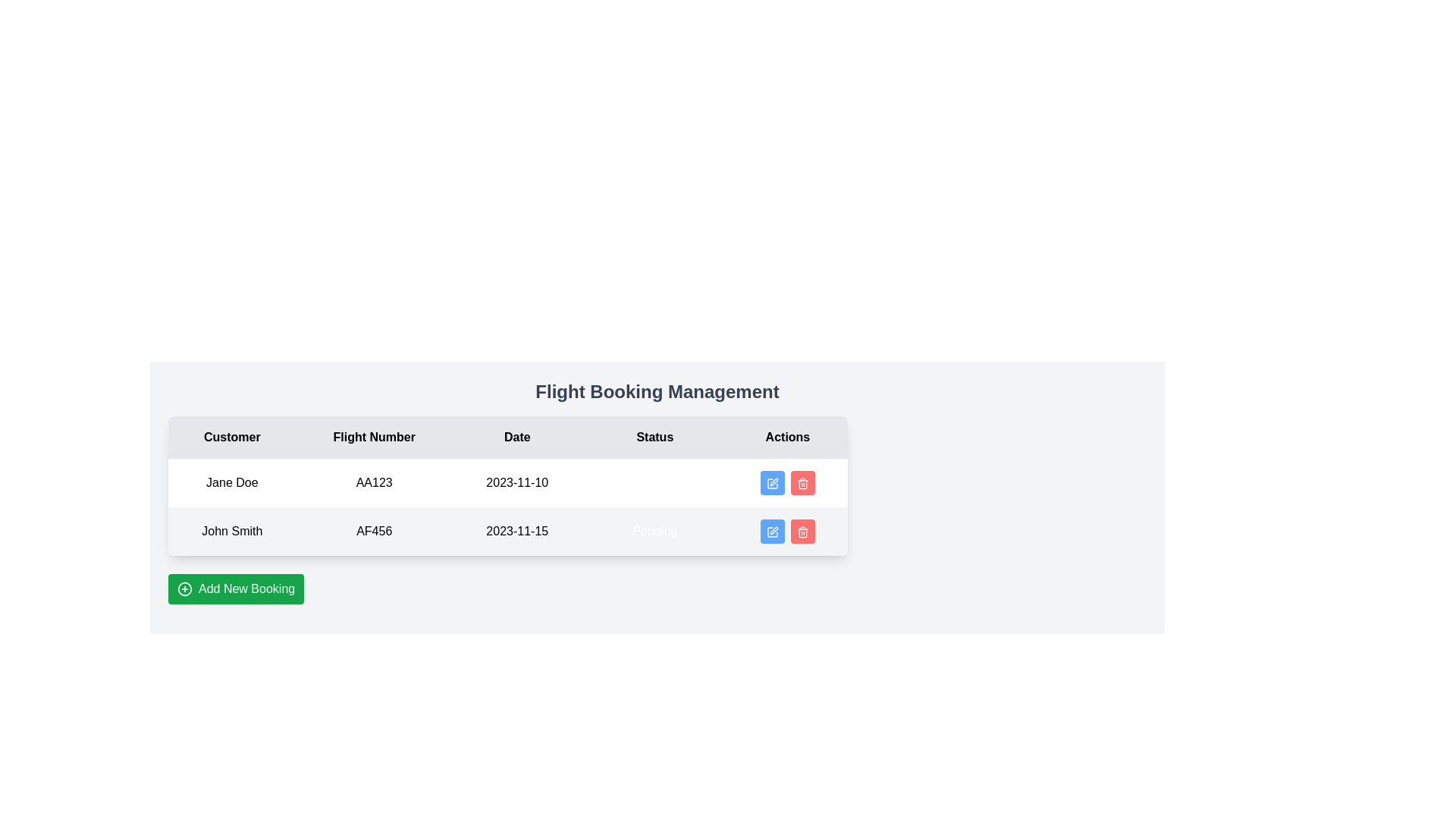  I want to click on the editing button for the booking details of 'John Smith', so click(772, 483).